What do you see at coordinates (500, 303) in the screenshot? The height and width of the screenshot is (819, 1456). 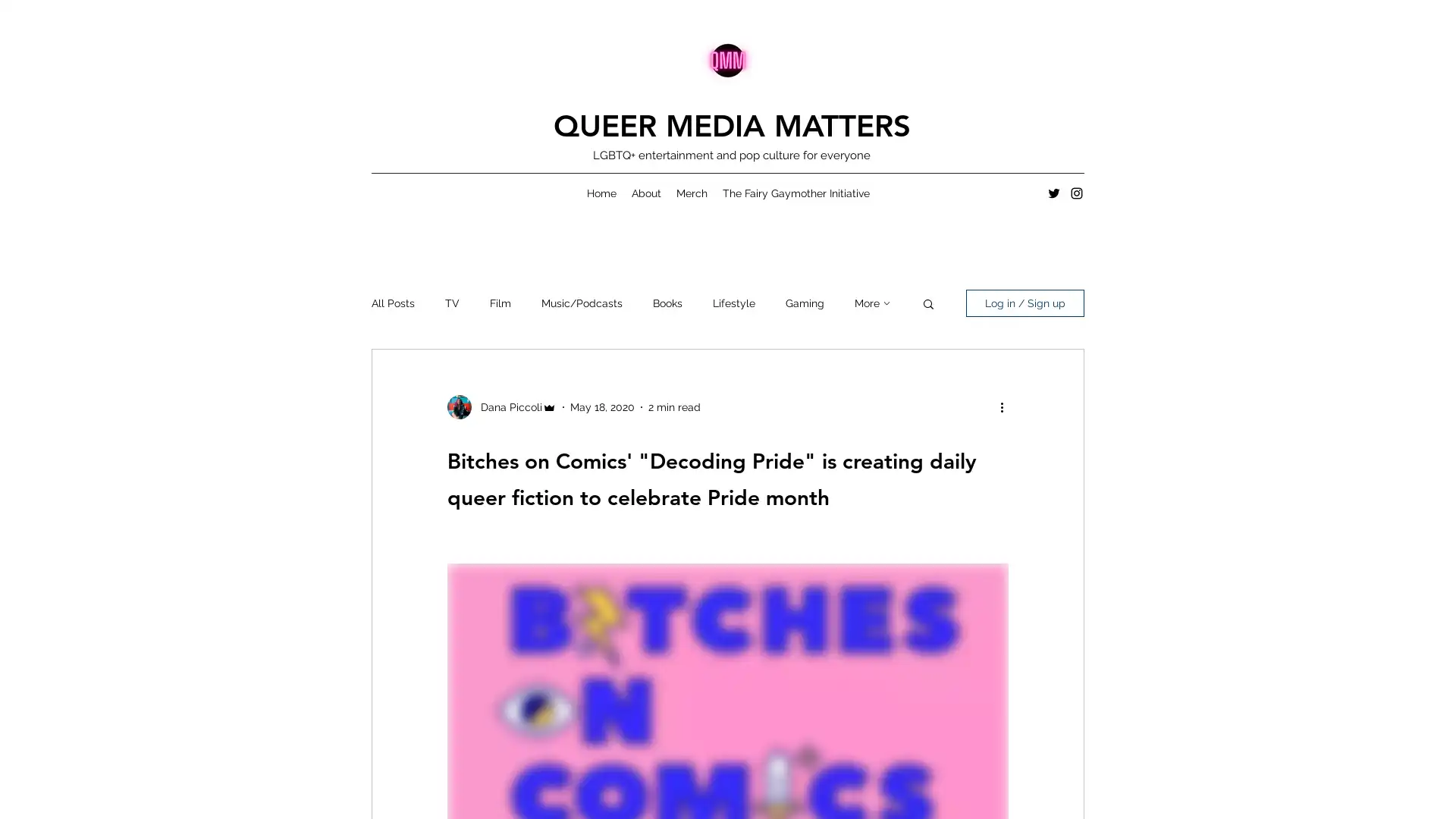 I see `Film` at bounding box center [500, 303].